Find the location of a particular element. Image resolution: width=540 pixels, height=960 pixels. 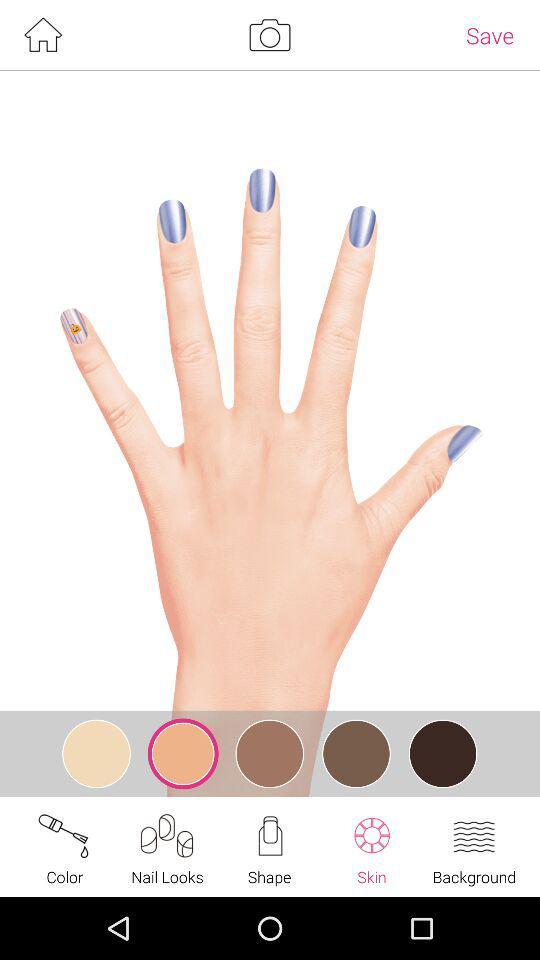

the photo icon is located at coordinates (269, 36).